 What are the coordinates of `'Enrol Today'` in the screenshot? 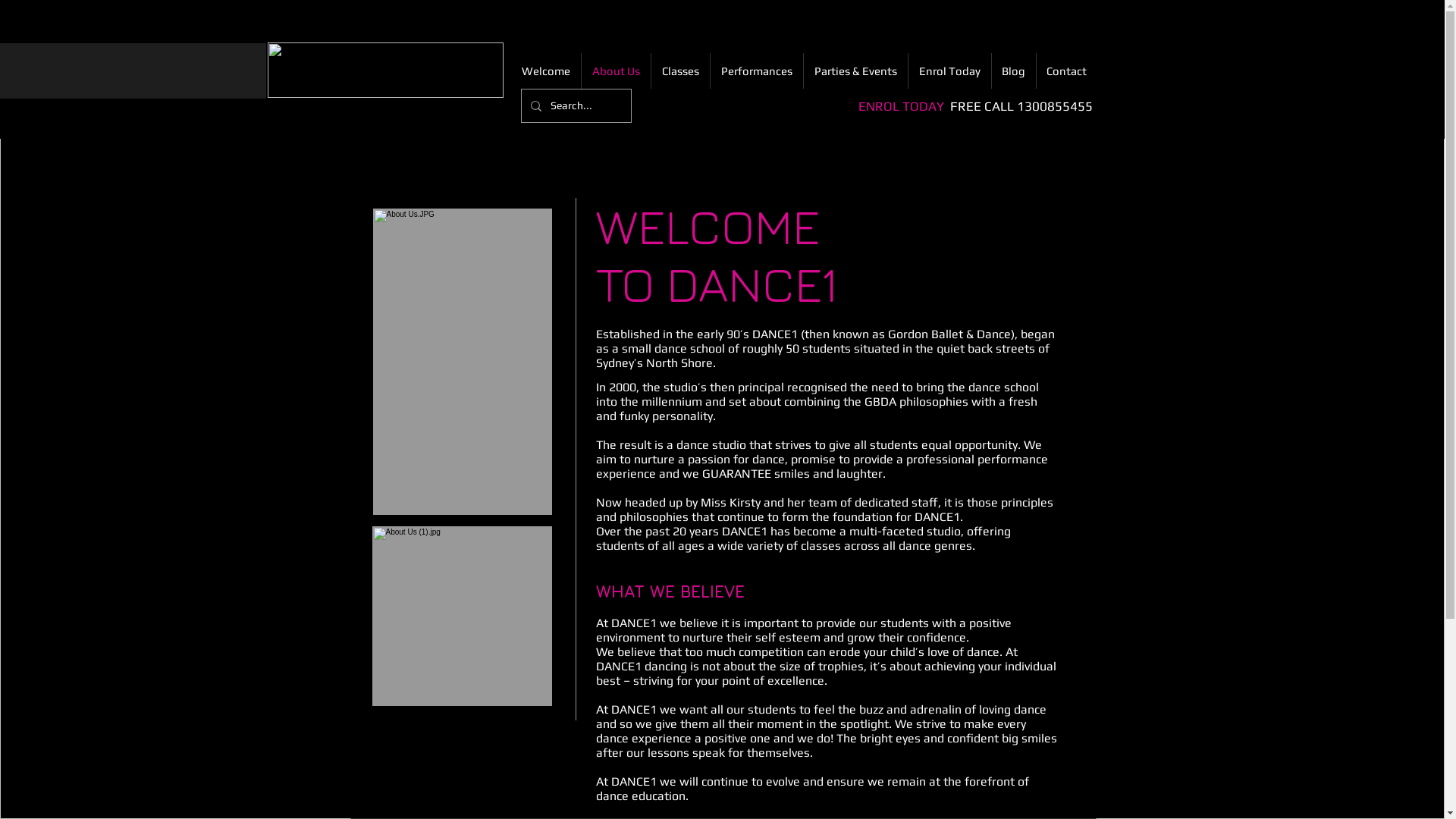 It's located at (949, 71).